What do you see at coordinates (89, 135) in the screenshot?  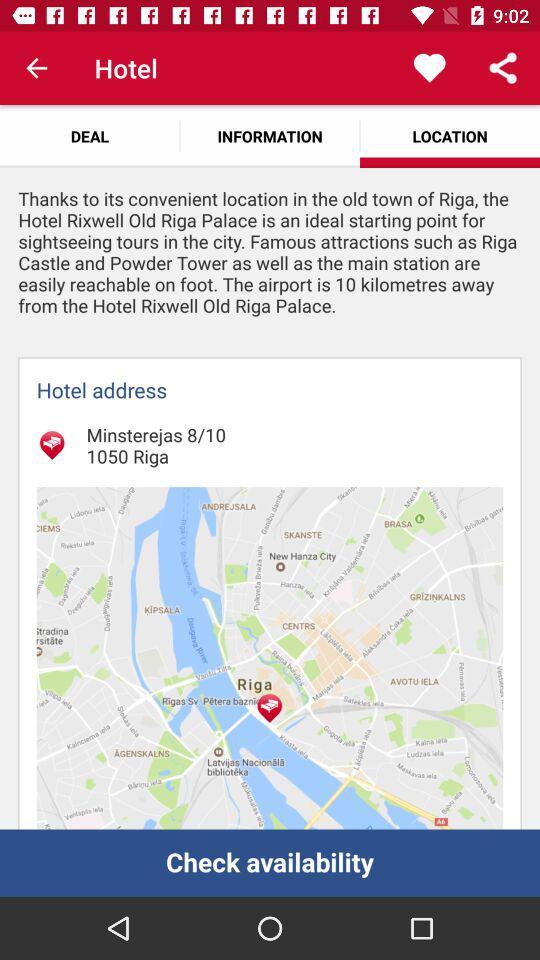 I see `the app next to the information icon` at bounding box center [89, 135].